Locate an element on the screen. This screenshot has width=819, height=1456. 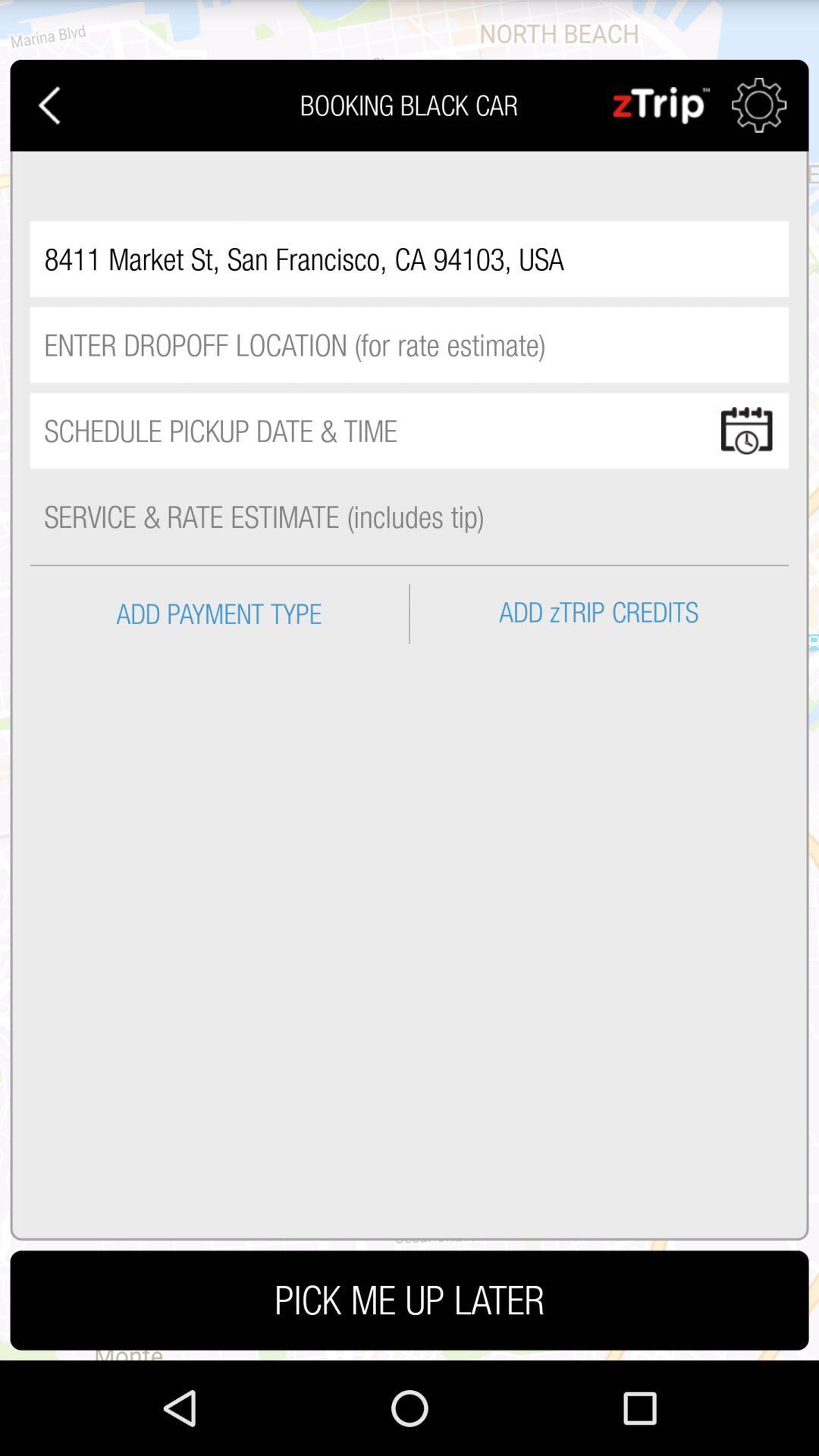
the settings icon is located at coordinates (759, 111).